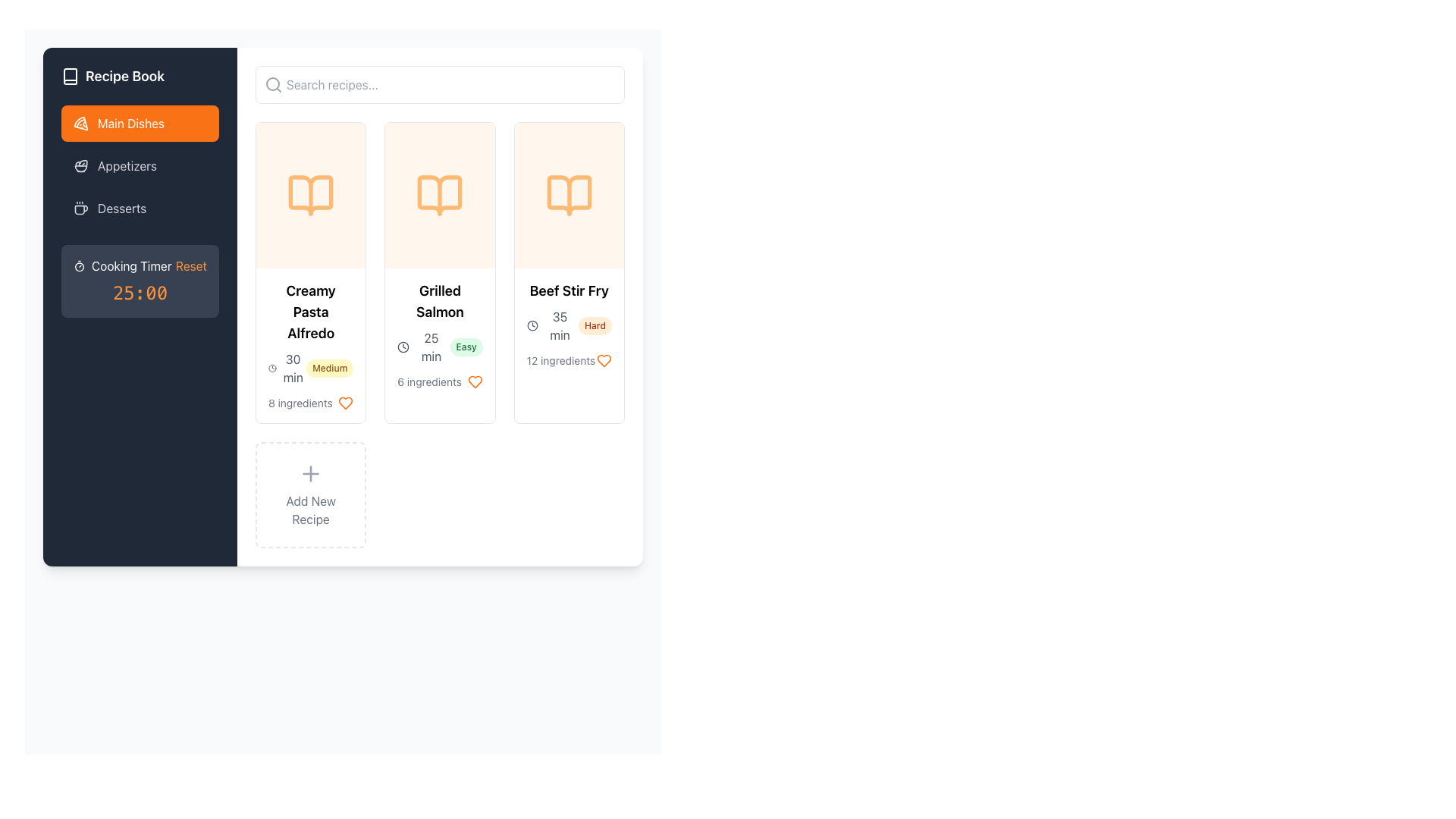 The image size is (1456, 819). I want to click on the second recipe card for 'Grilled Salmon' in the 'Main Dishes' section, so click(439, 334).